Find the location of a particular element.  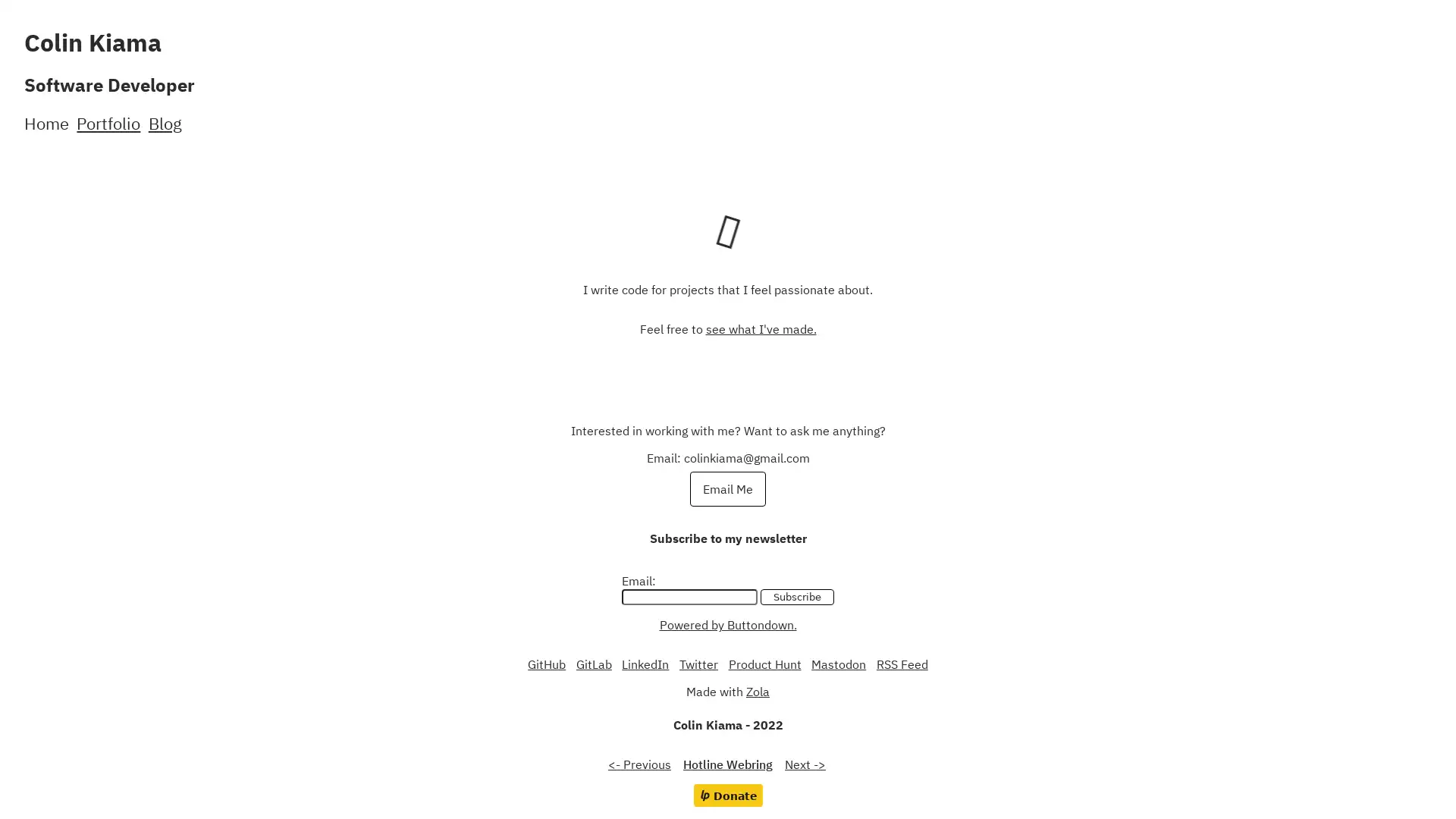

Subscribe is located at coordinates (796, 596).